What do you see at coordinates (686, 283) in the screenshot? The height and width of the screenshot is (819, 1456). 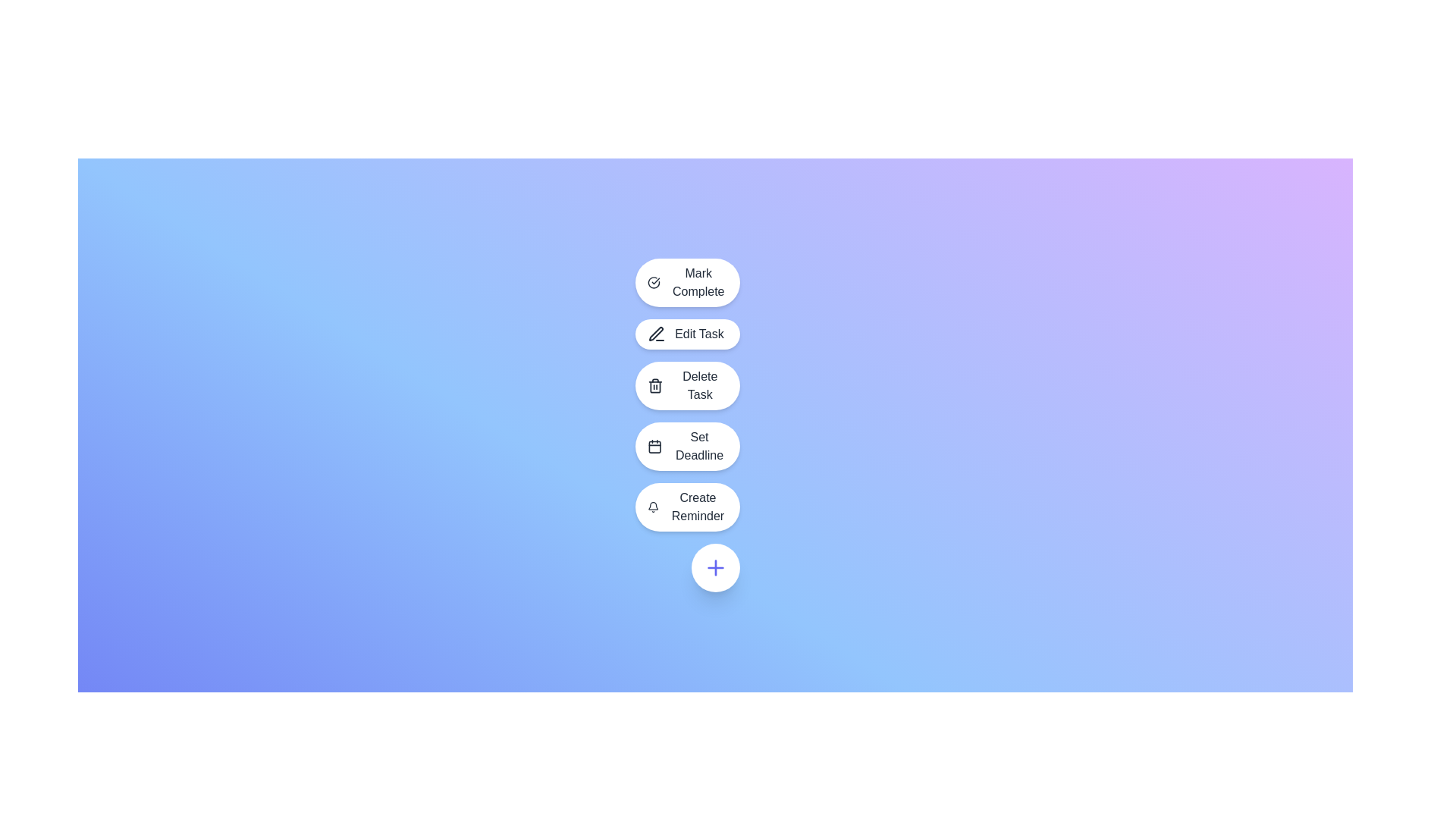 I see `the button that marks a task as completed, located at the top of the options list` at bounding box center [686, 283].